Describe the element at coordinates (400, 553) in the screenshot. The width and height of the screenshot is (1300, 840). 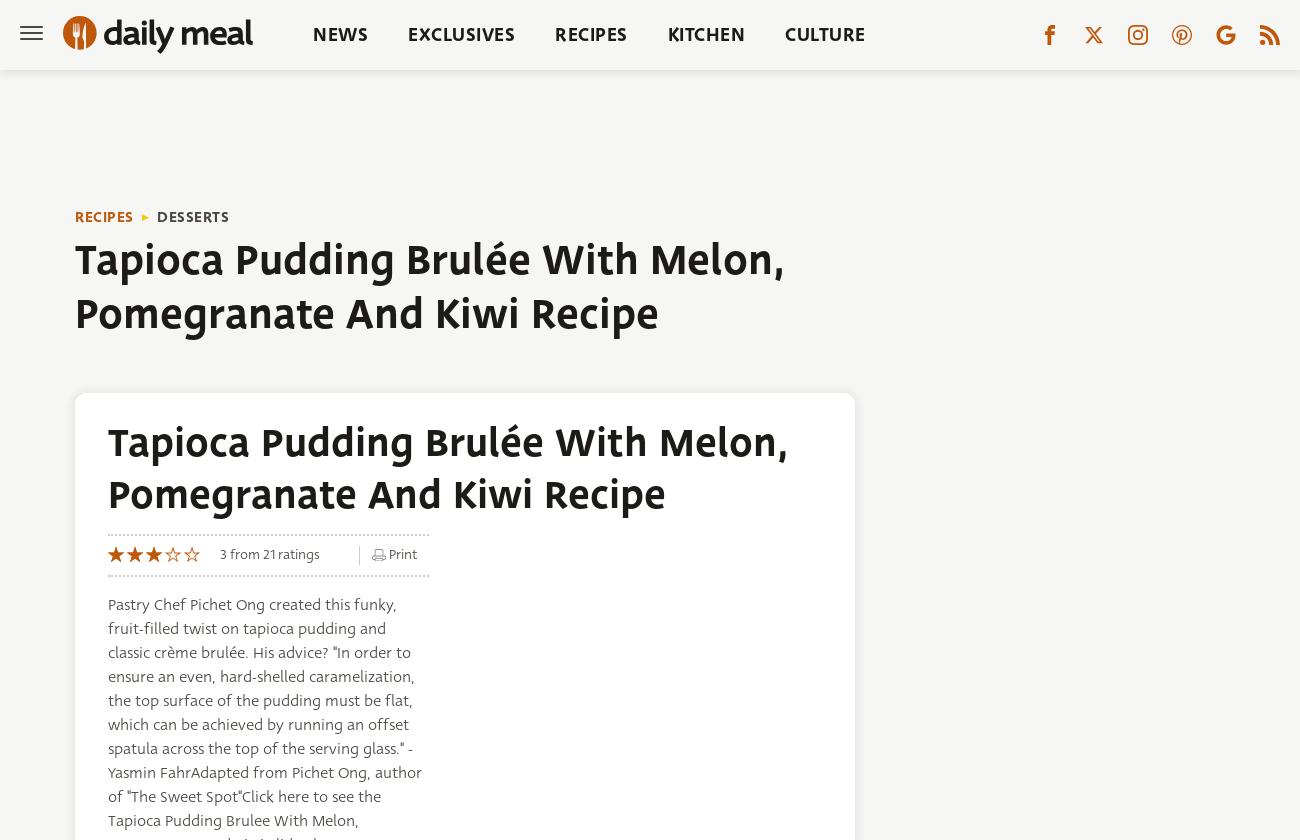
I see `'Print'` at that location.